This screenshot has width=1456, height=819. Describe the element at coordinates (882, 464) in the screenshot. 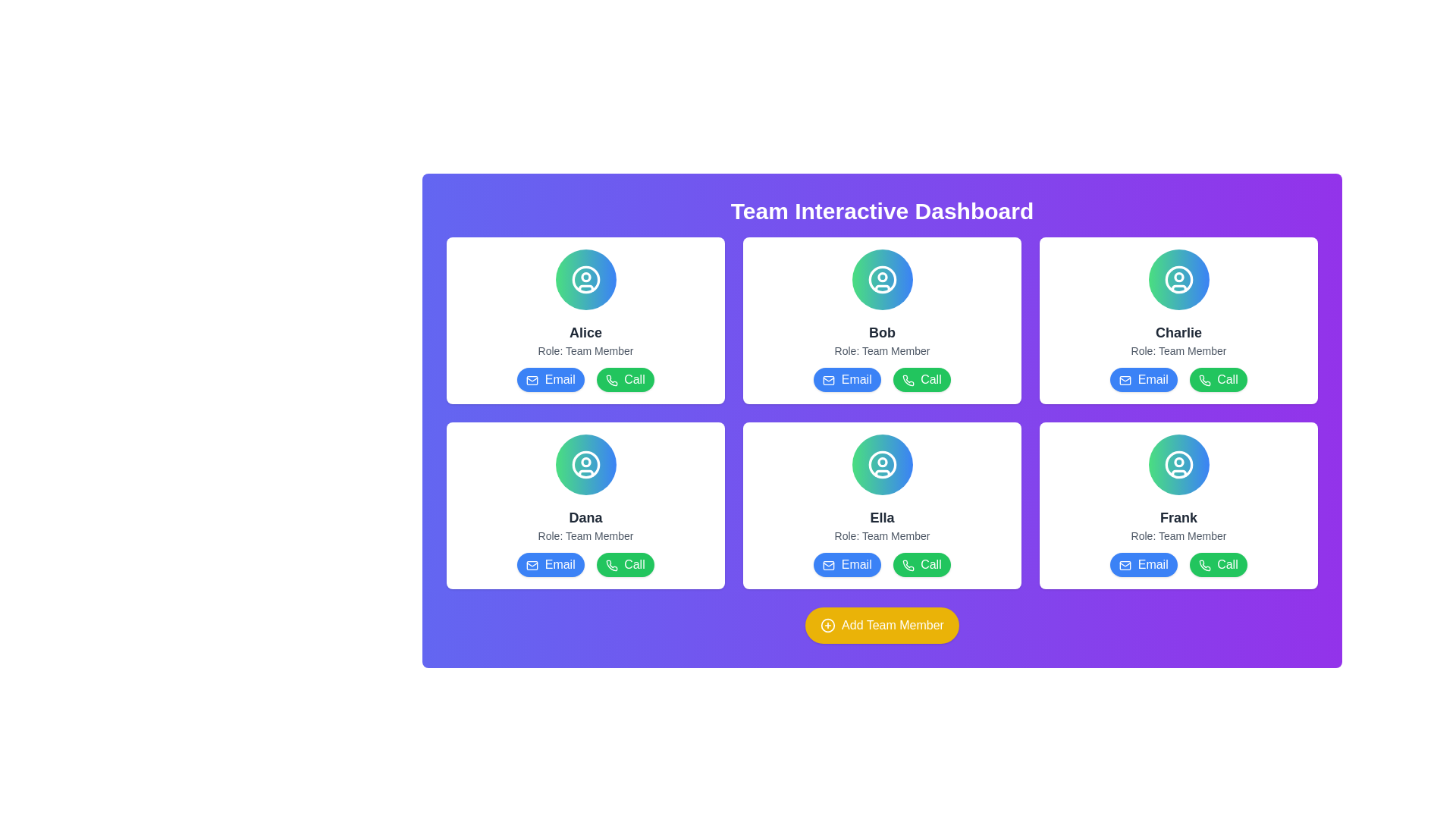

I see `the user identification icon for 'Ella' located in the third column of the second row on the dashboard` at that location.